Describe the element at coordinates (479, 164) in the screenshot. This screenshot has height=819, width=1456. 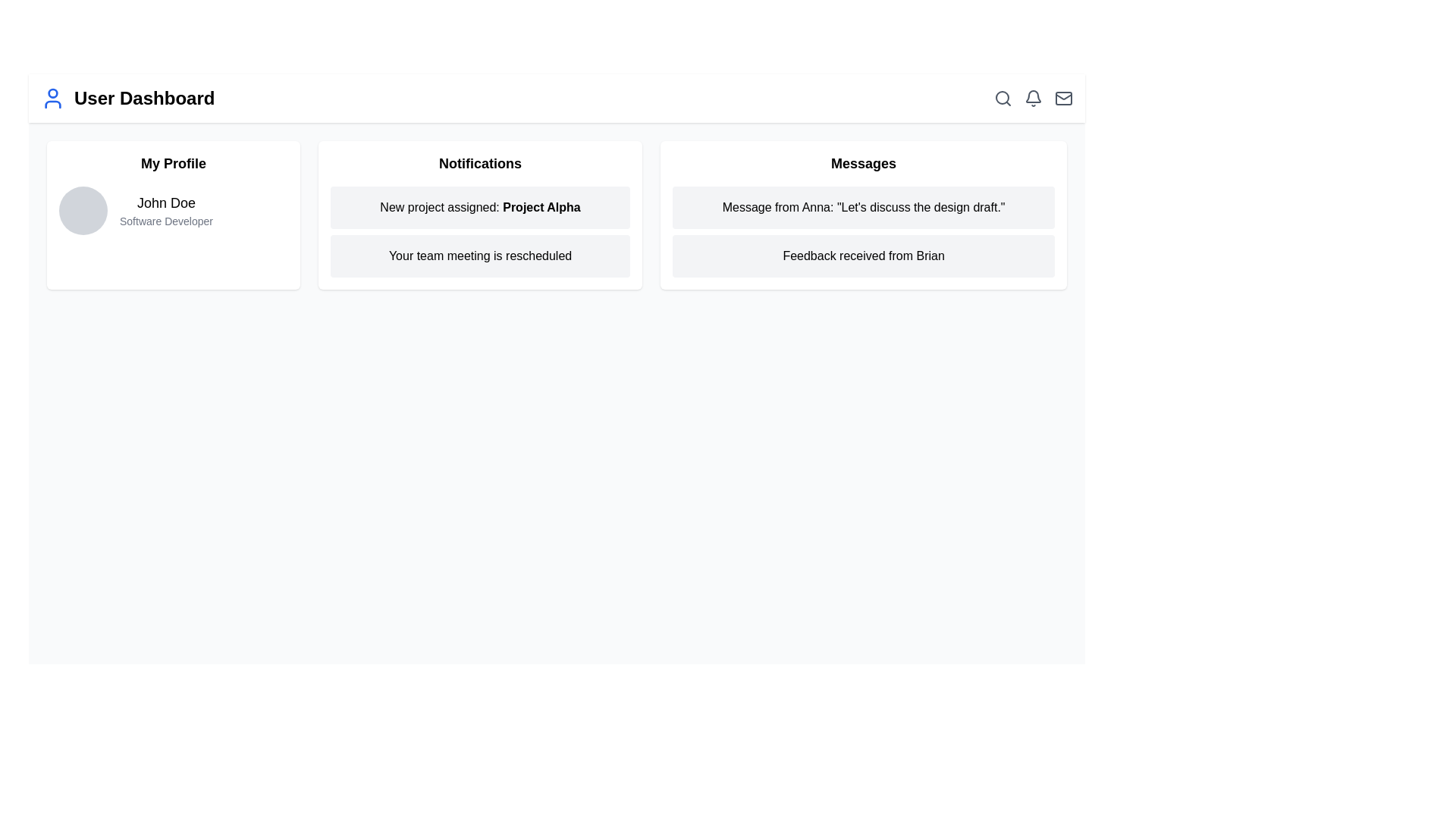
I see `the header text at the top of the notification card, which indicates the subject of the associated content` at that location.